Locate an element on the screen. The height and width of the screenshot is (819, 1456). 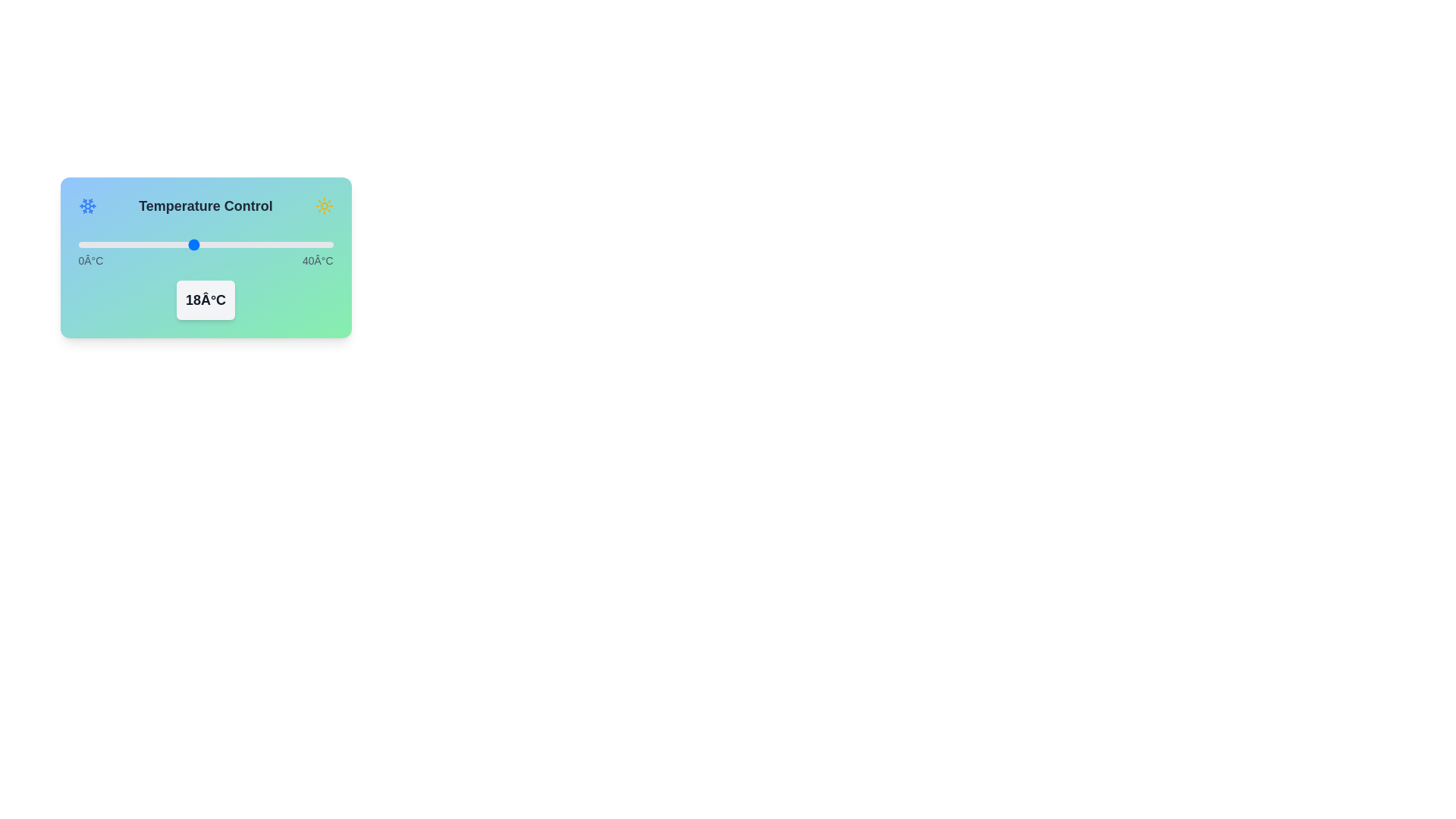
the temperature slider to set the temperature to 28 degrees Celsius is located at coordinates (256, 244).